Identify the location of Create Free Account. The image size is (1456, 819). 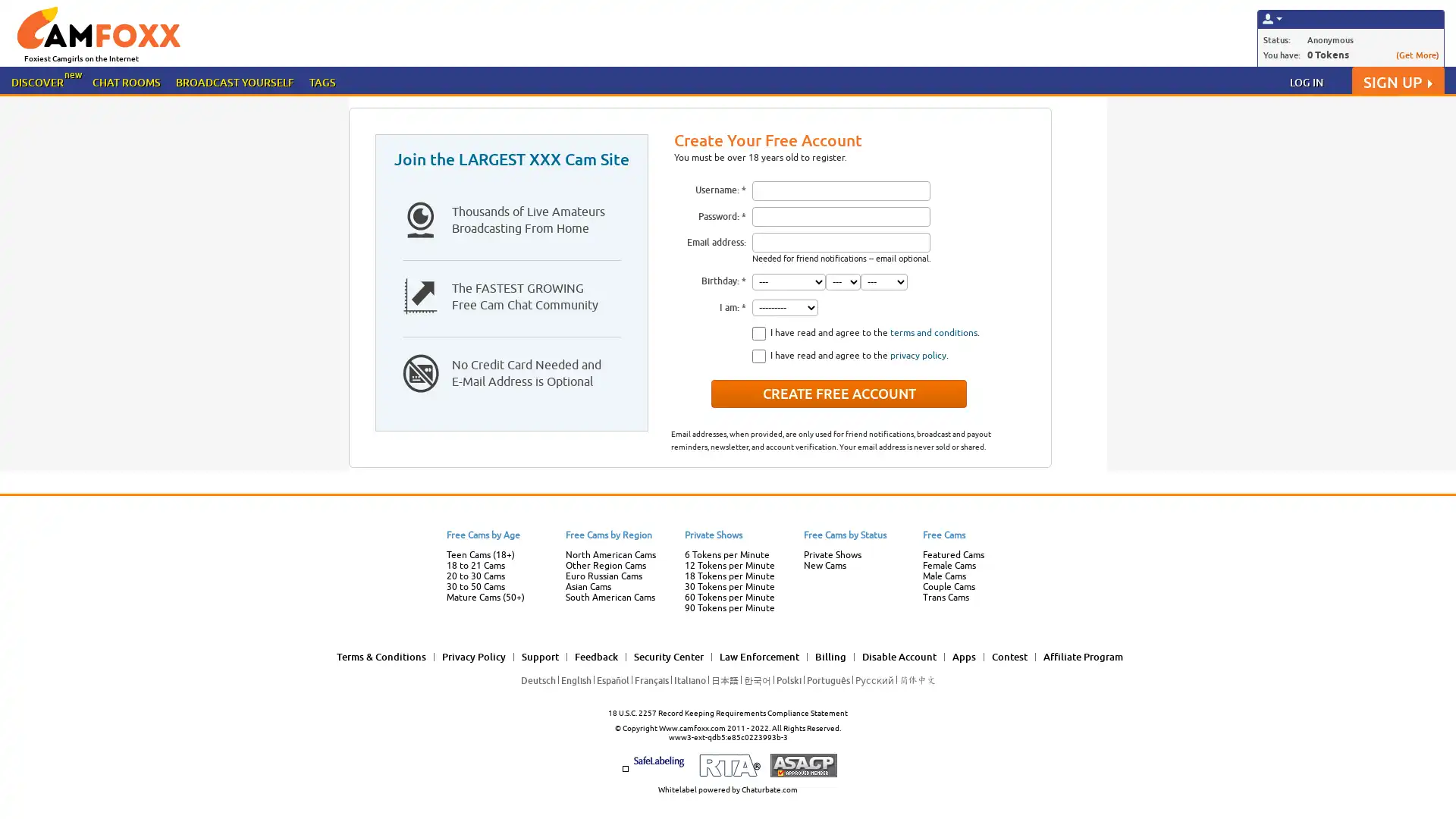
(838, 393).